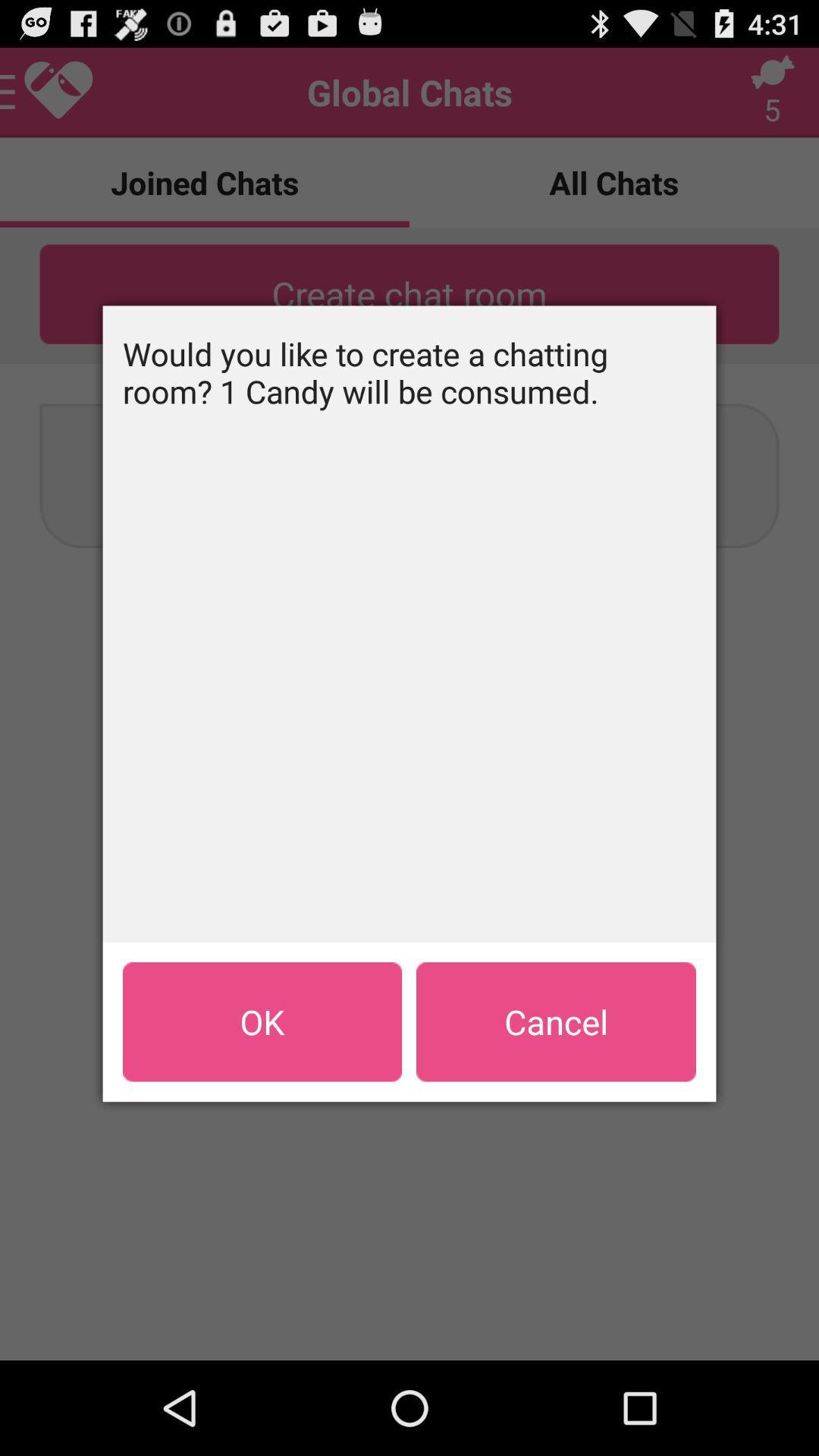 The image size is (819, 1456). Describe the element at coordinates (556, 1021) in the screenshot. I see `the icon to the right of the ok` at that location.